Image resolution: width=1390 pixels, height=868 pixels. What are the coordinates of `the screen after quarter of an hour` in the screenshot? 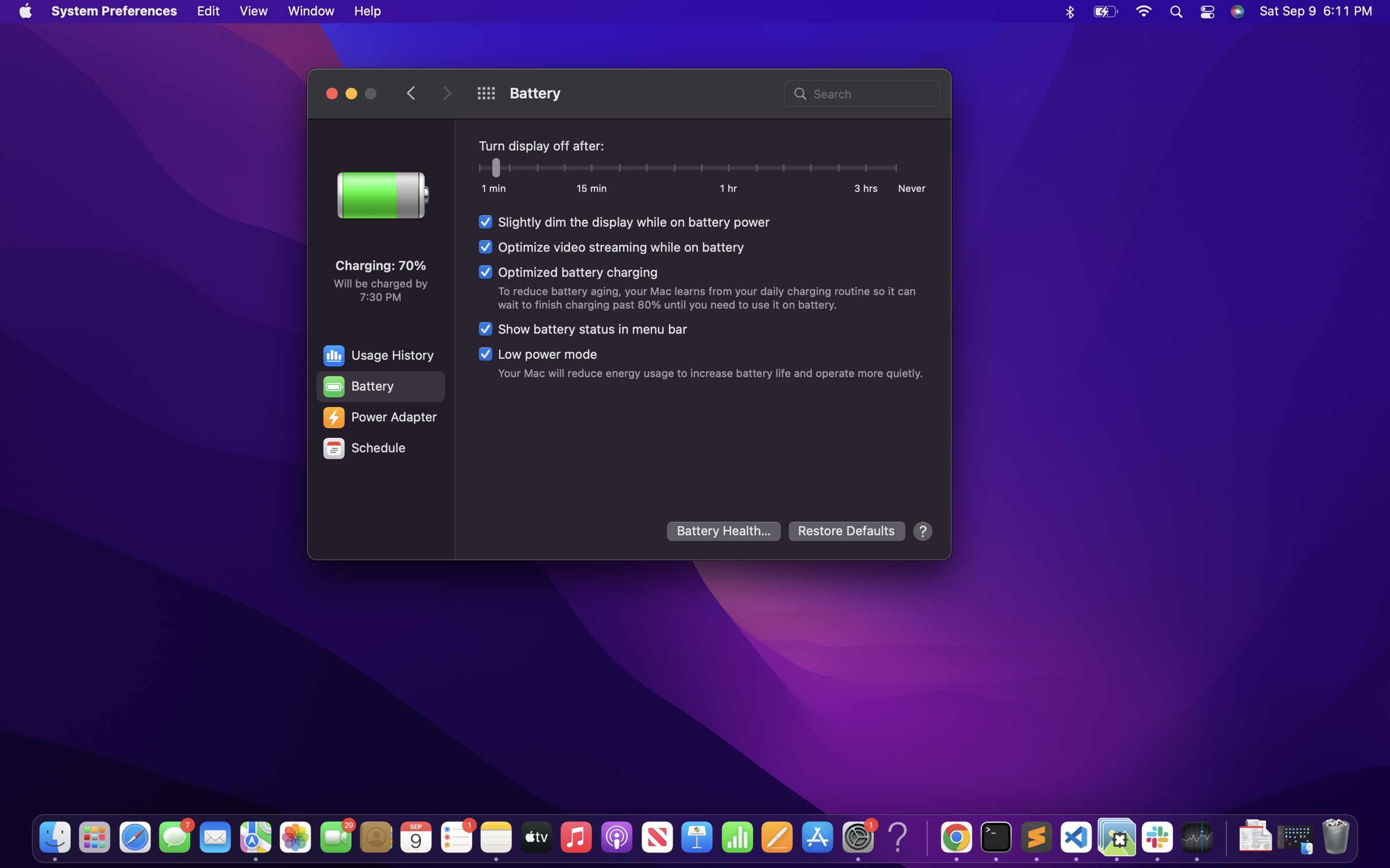 It's located at (592, 169).